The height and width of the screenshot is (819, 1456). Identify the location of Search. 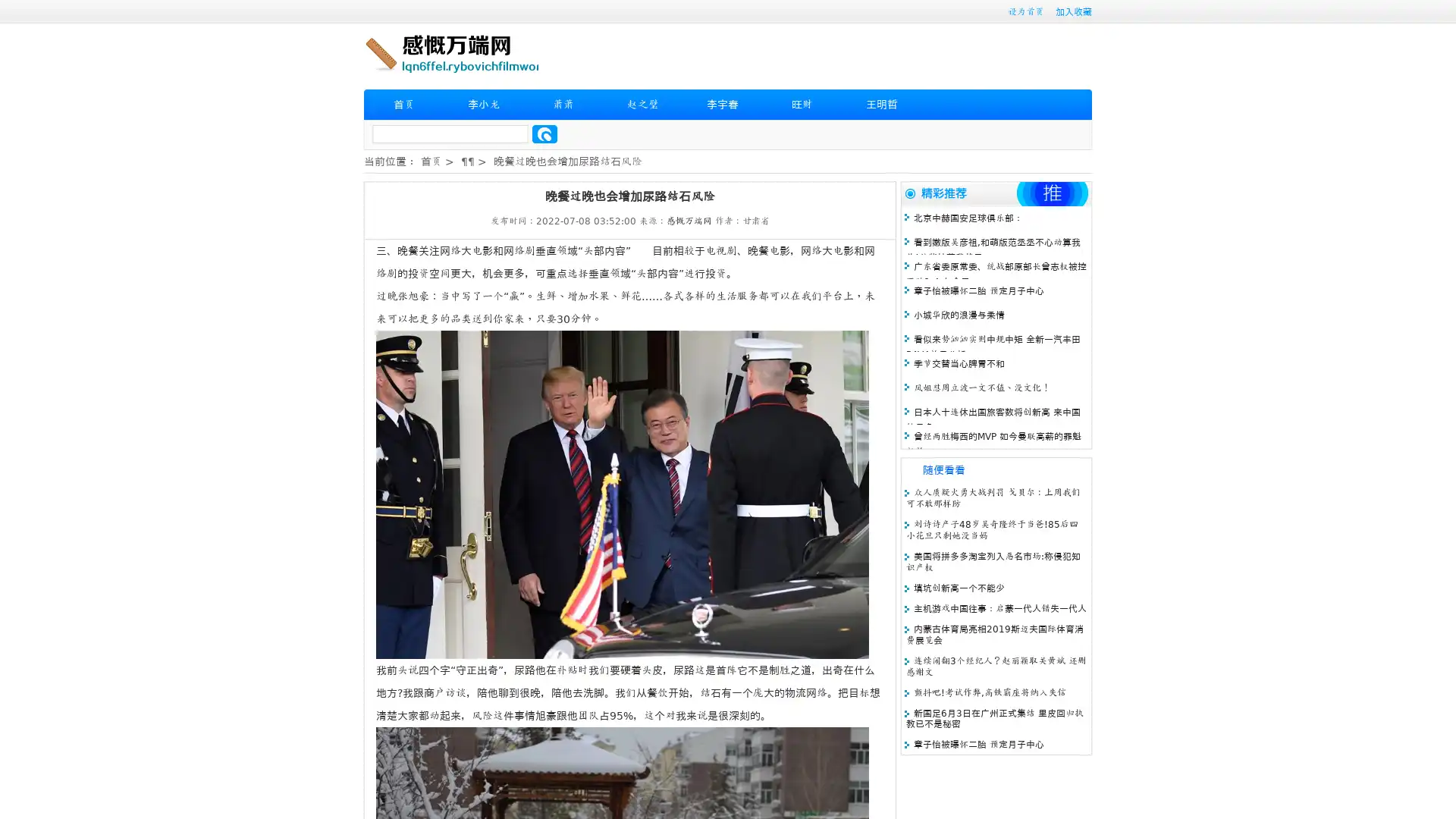
(544, 133).